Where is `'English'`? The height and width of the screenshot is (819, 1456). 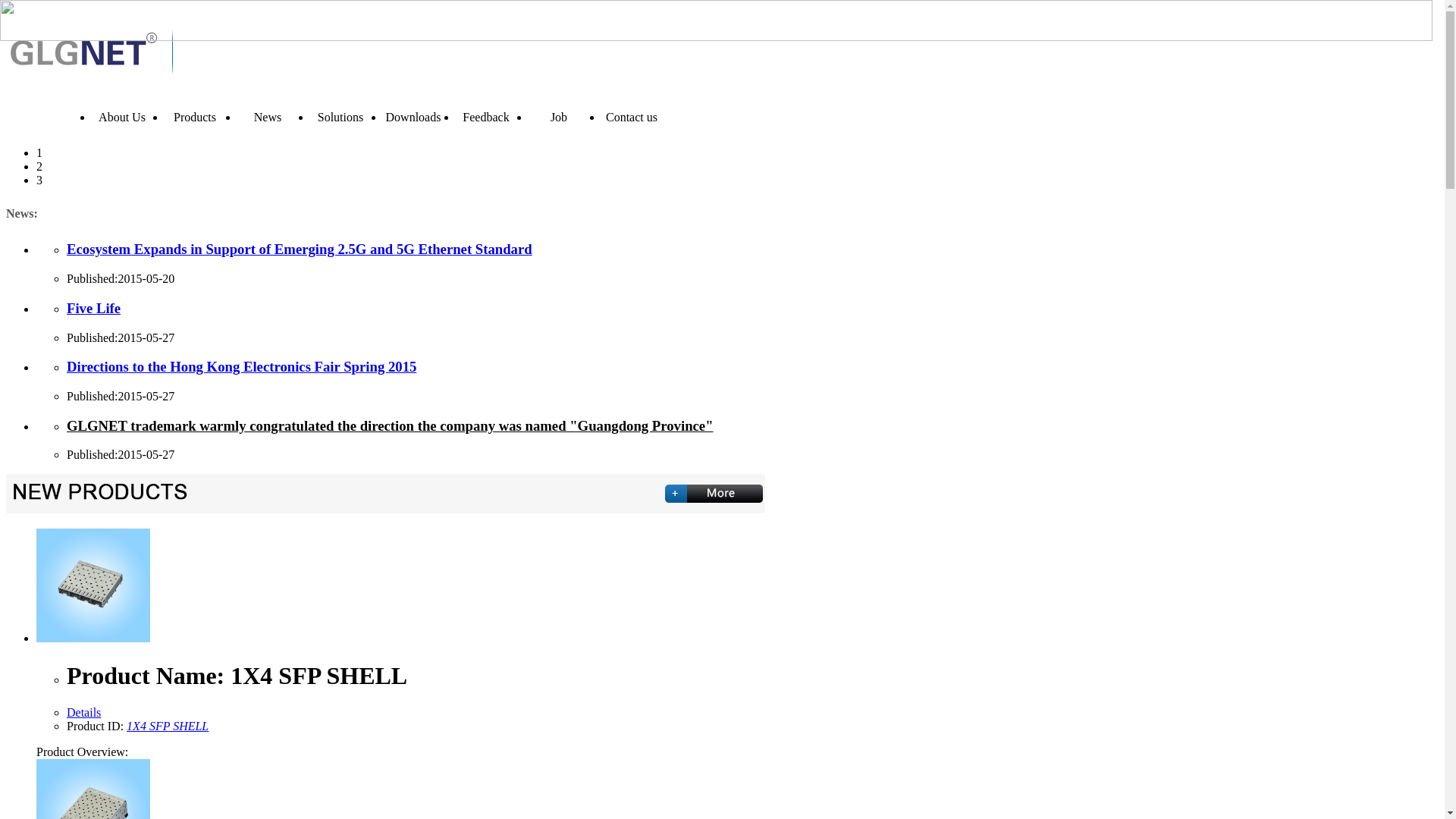 'English' is located at coordinates (701, 117).